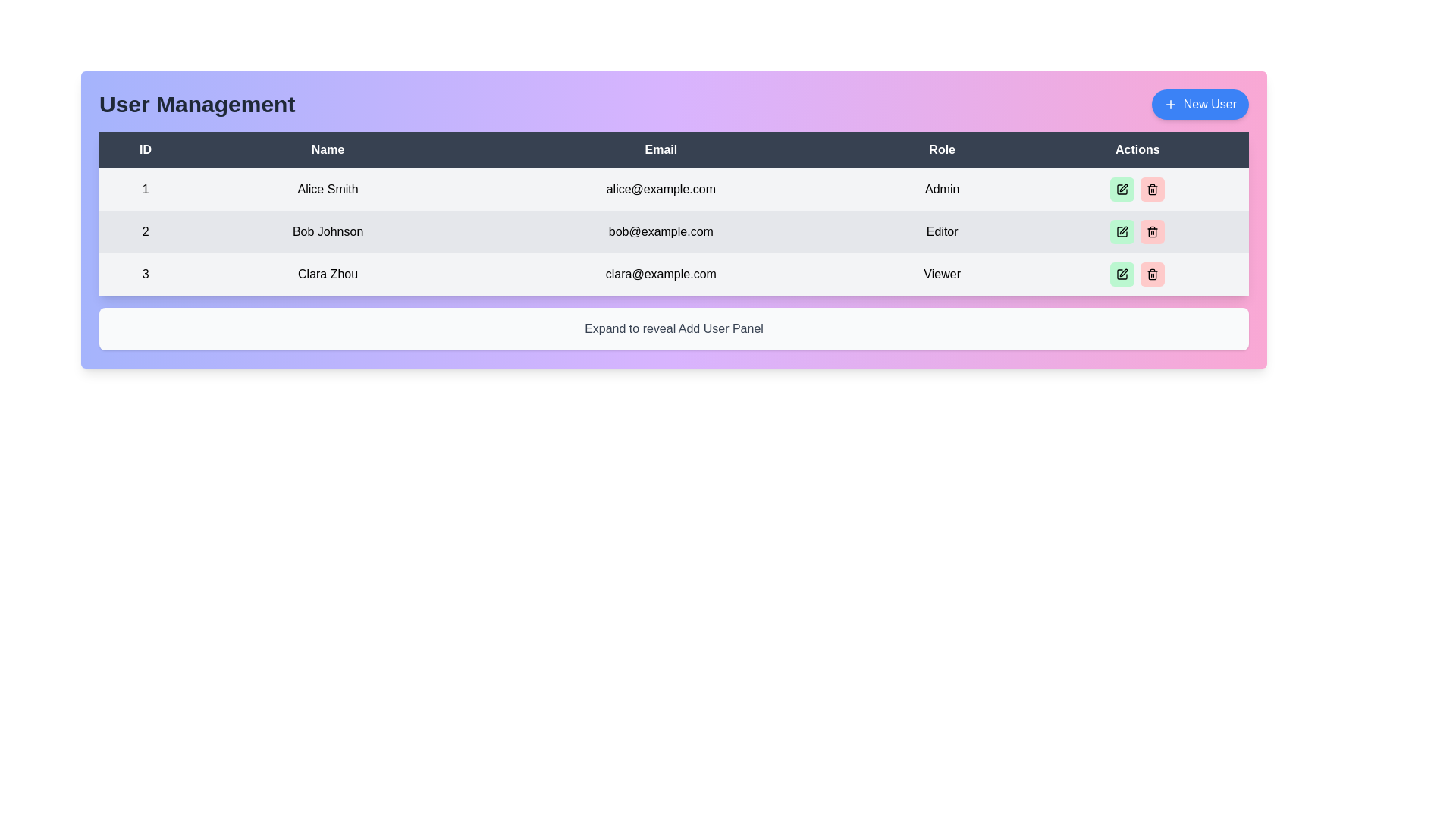  What do you see at coordinates (1169, 104) in the screenshot?
I see `the addition icon located within the 'New User' button at the top-right corner of the UI` at bounding box center [1169, 104].